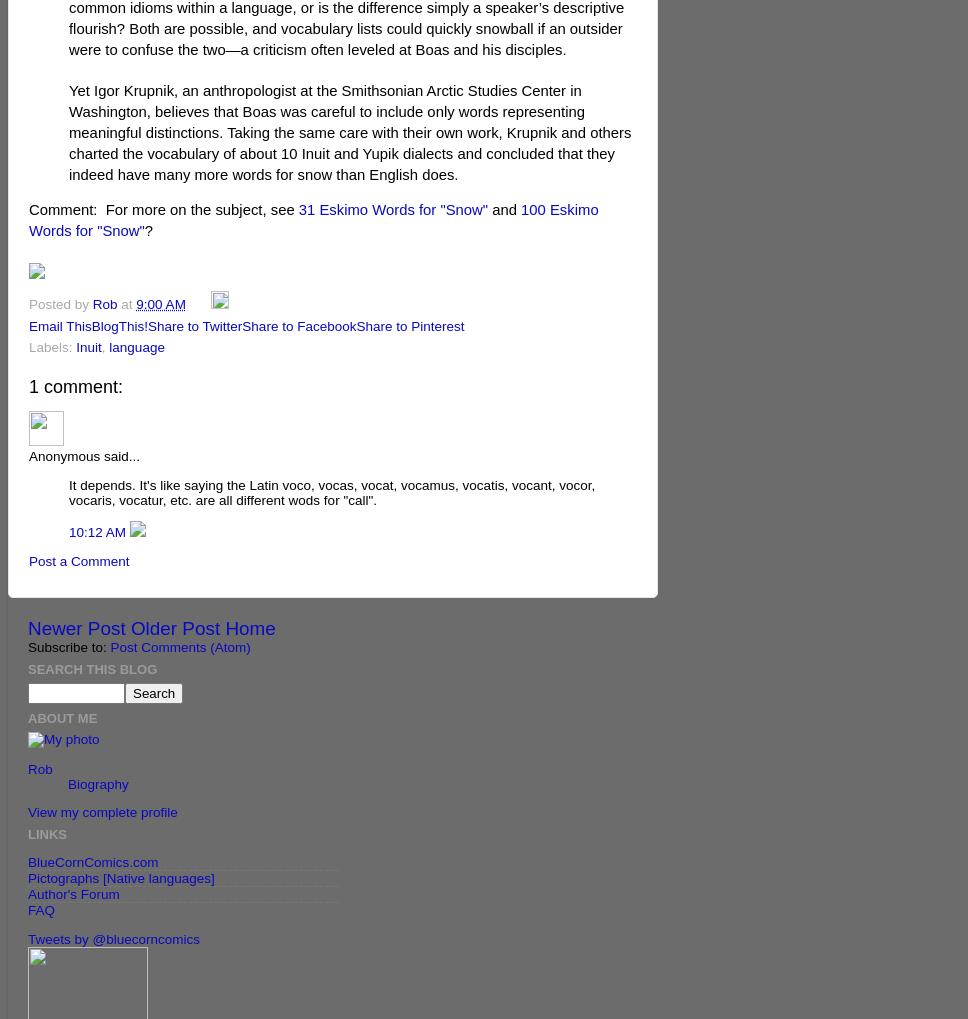  I want to click on 'Share to Twitter', so click(147, 325).